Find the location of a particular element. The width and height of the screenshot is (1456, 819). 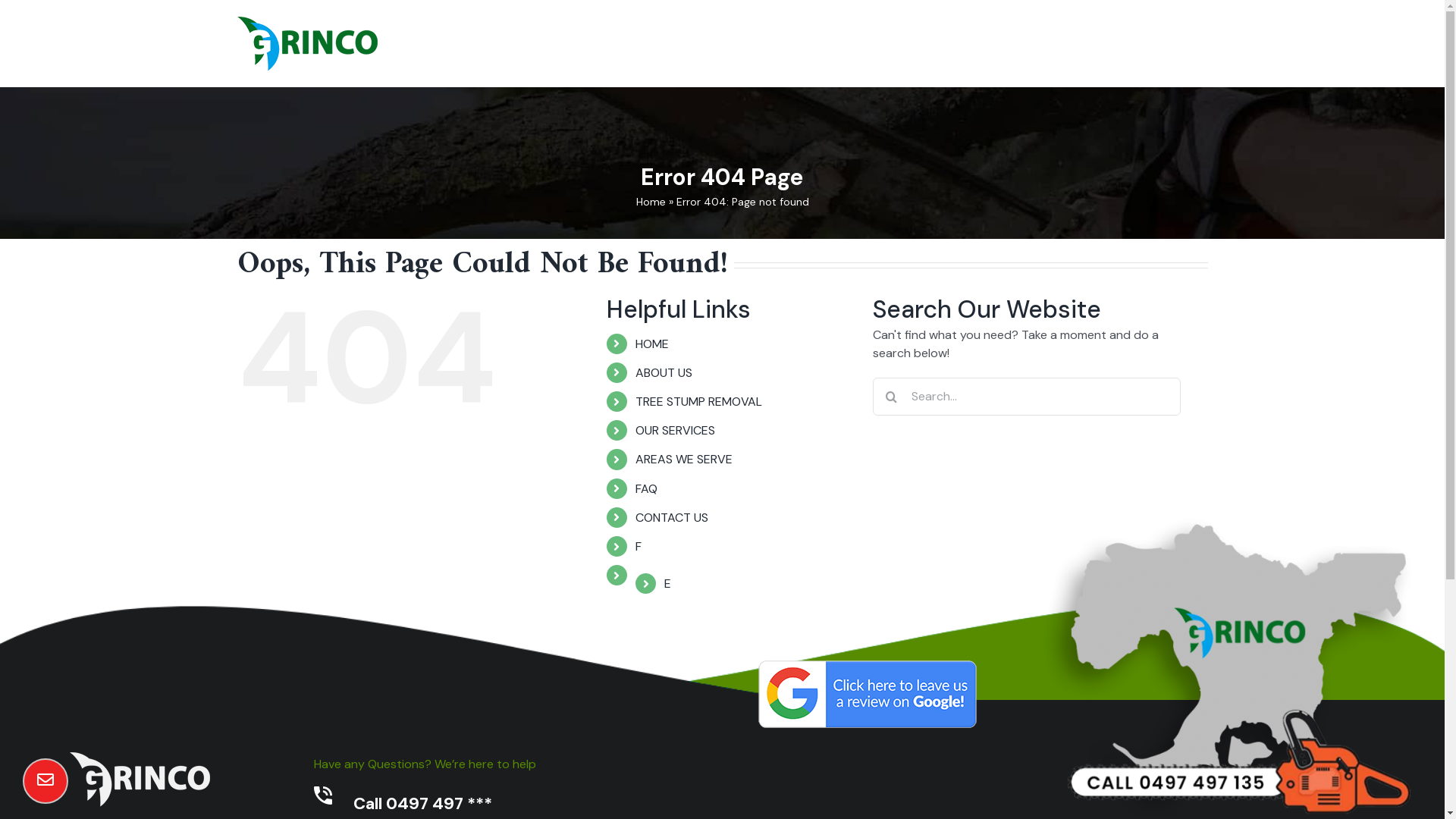

'HOME' is located at coordinates (651, 344).